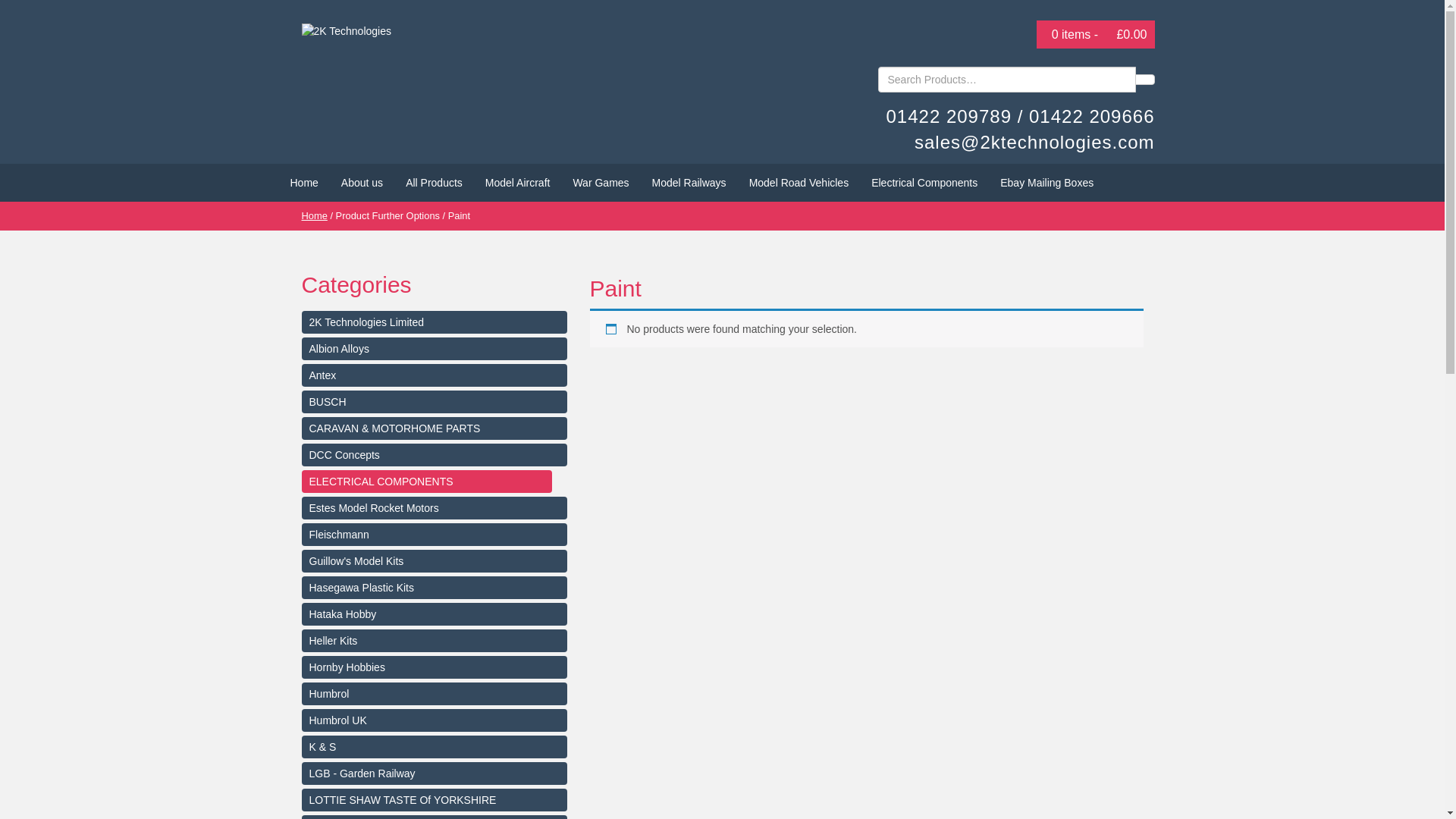  What do you see at coordinates (394, 181) in the screenshot?
I see `'All Products'` at bounding box center [394, 181].